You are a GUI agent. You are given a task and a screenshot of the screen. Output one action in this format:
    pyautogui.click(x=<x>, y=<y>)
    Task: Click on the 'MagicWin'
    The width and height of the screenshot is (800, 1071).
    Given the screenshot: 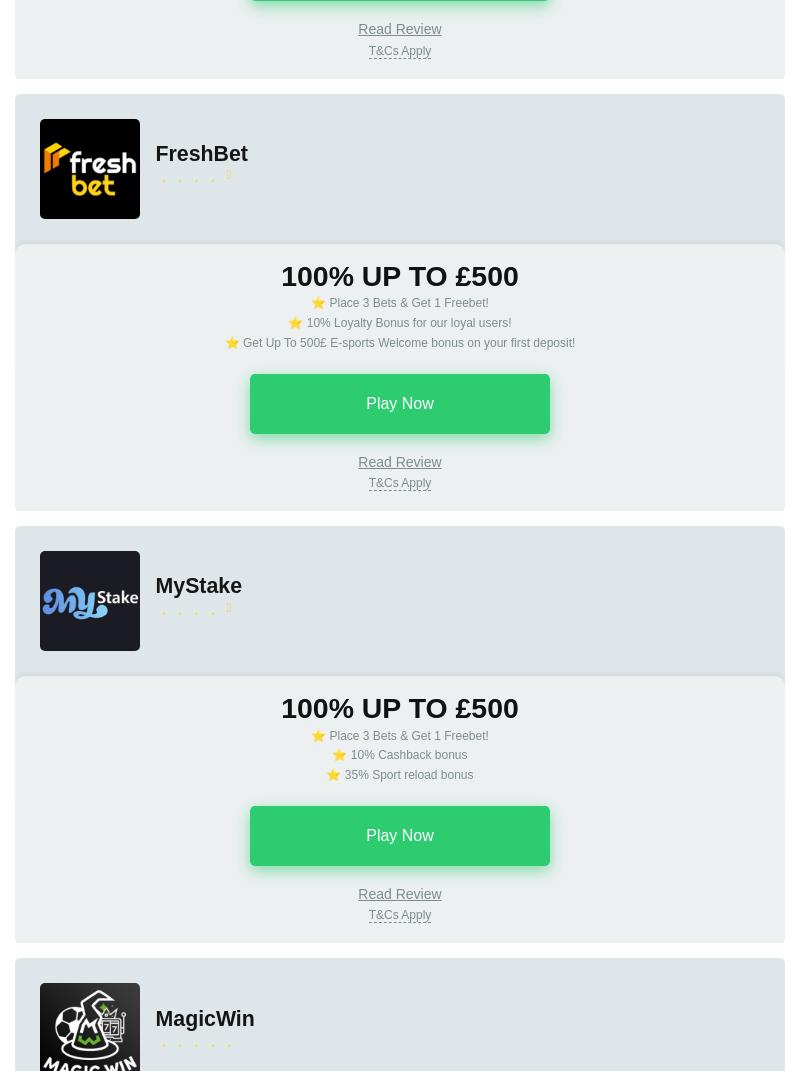 What is the action you would take?
    pyautogui.click(x=204, y=1017)
    